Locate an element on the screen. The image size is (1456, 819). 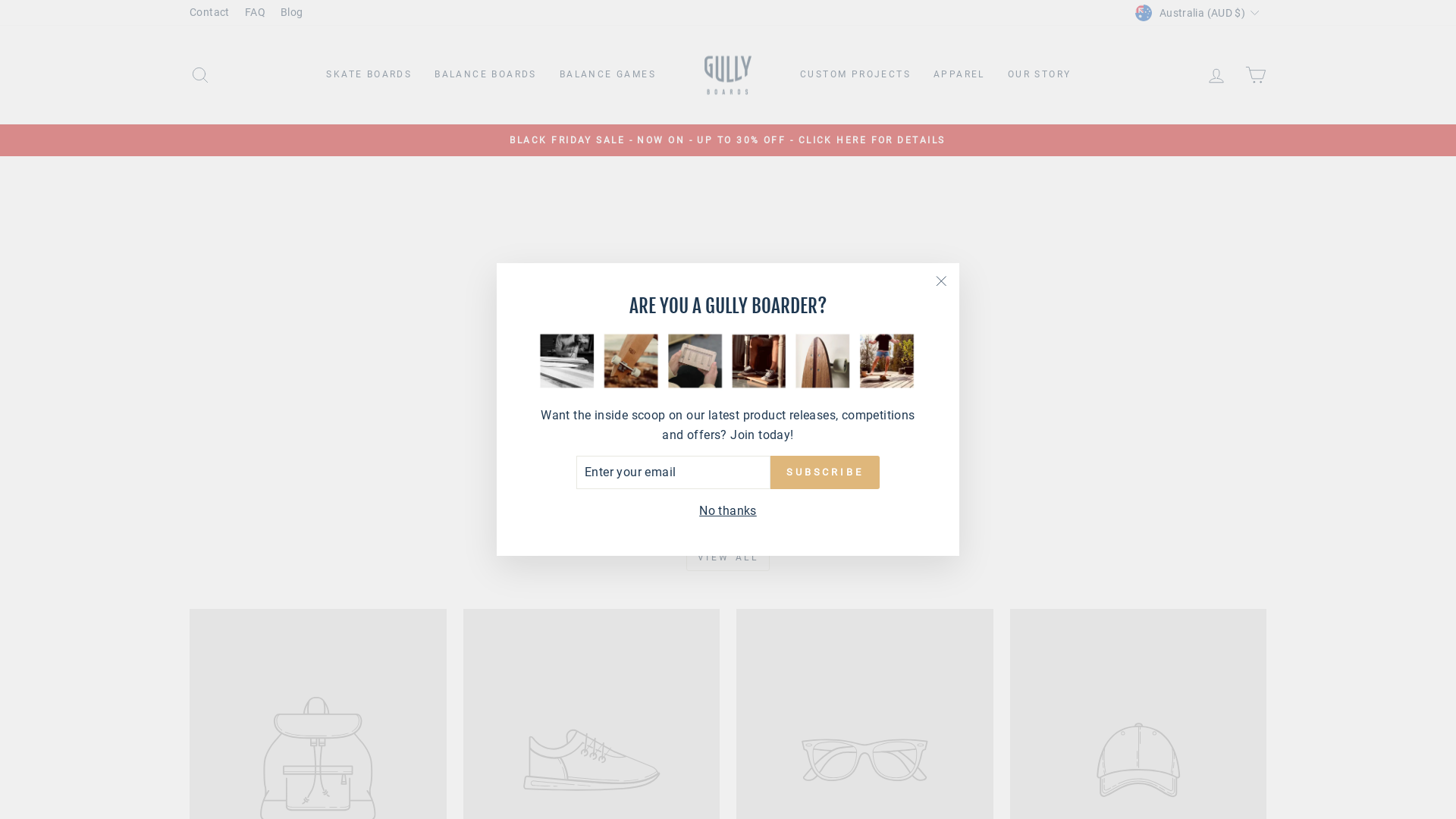
'BALANCE GAMES' is located at coordinates (607, 75).